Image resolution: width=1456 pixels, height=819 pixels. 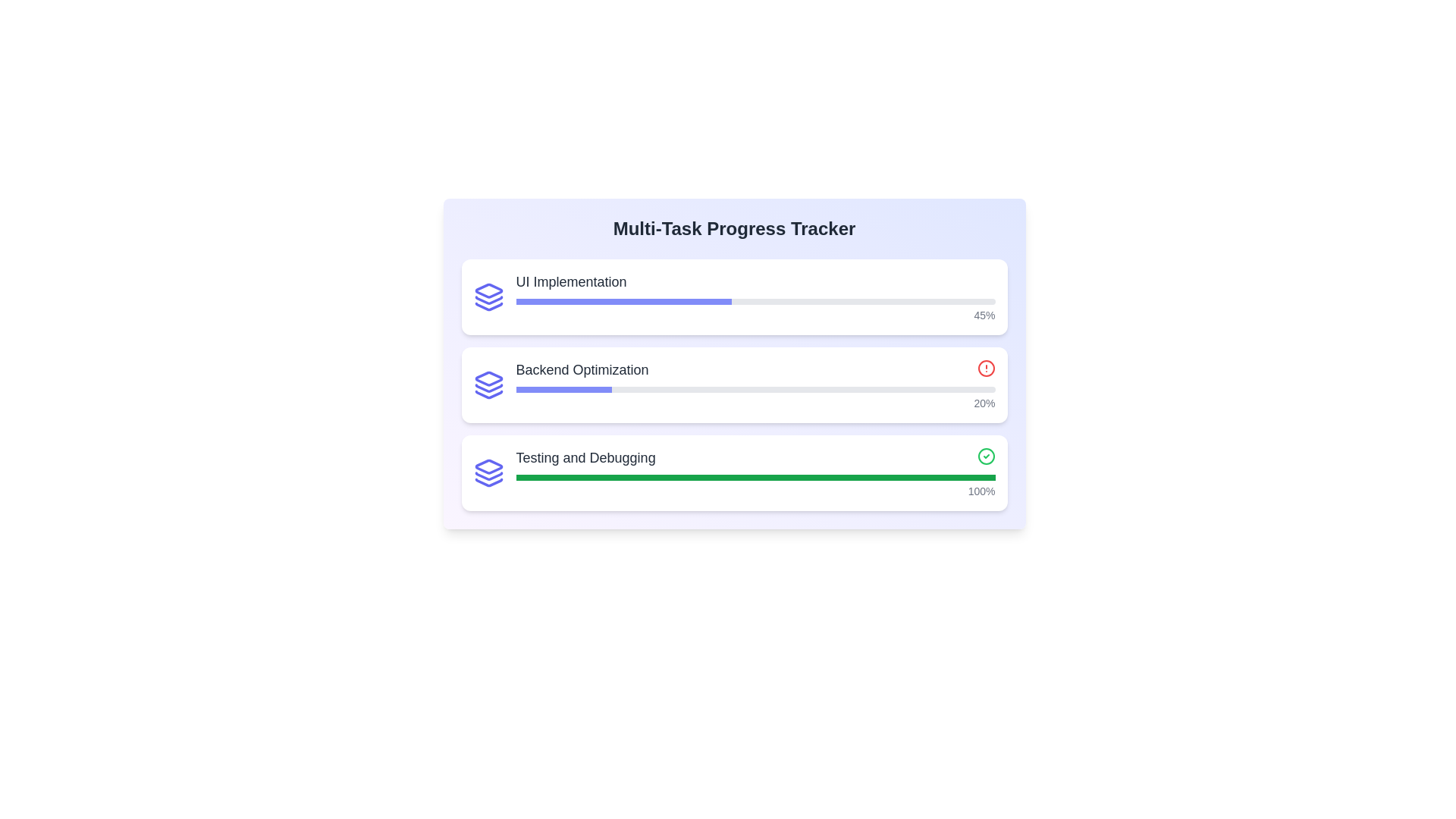 I want to click on the distinctive geometric shape icon resembling the top of multiple stacked layers, which is part of a three-layered icon in a purple theme, located next to the 'Backend Optimization' label, so click(x=488, y=378).